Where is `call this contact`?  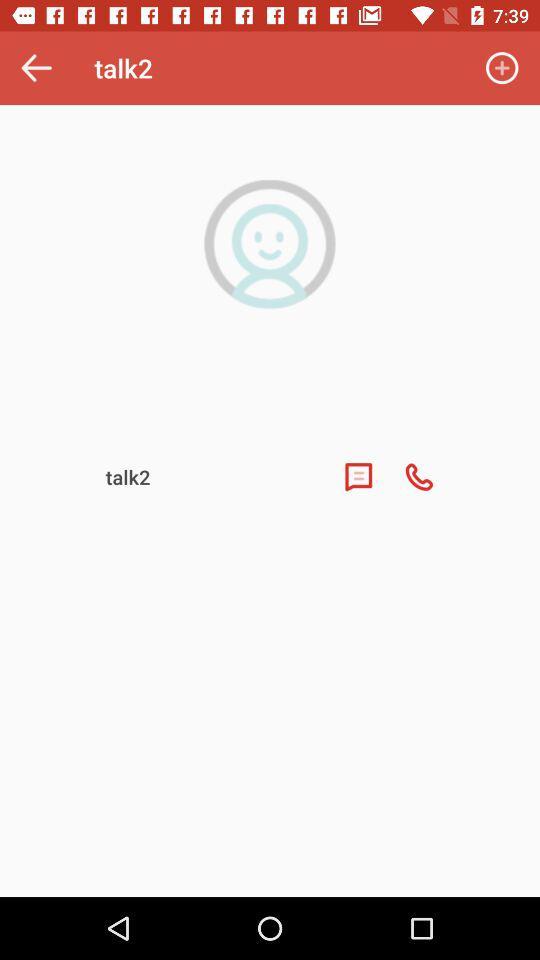 call this contact is located at coordinates (418, 477).